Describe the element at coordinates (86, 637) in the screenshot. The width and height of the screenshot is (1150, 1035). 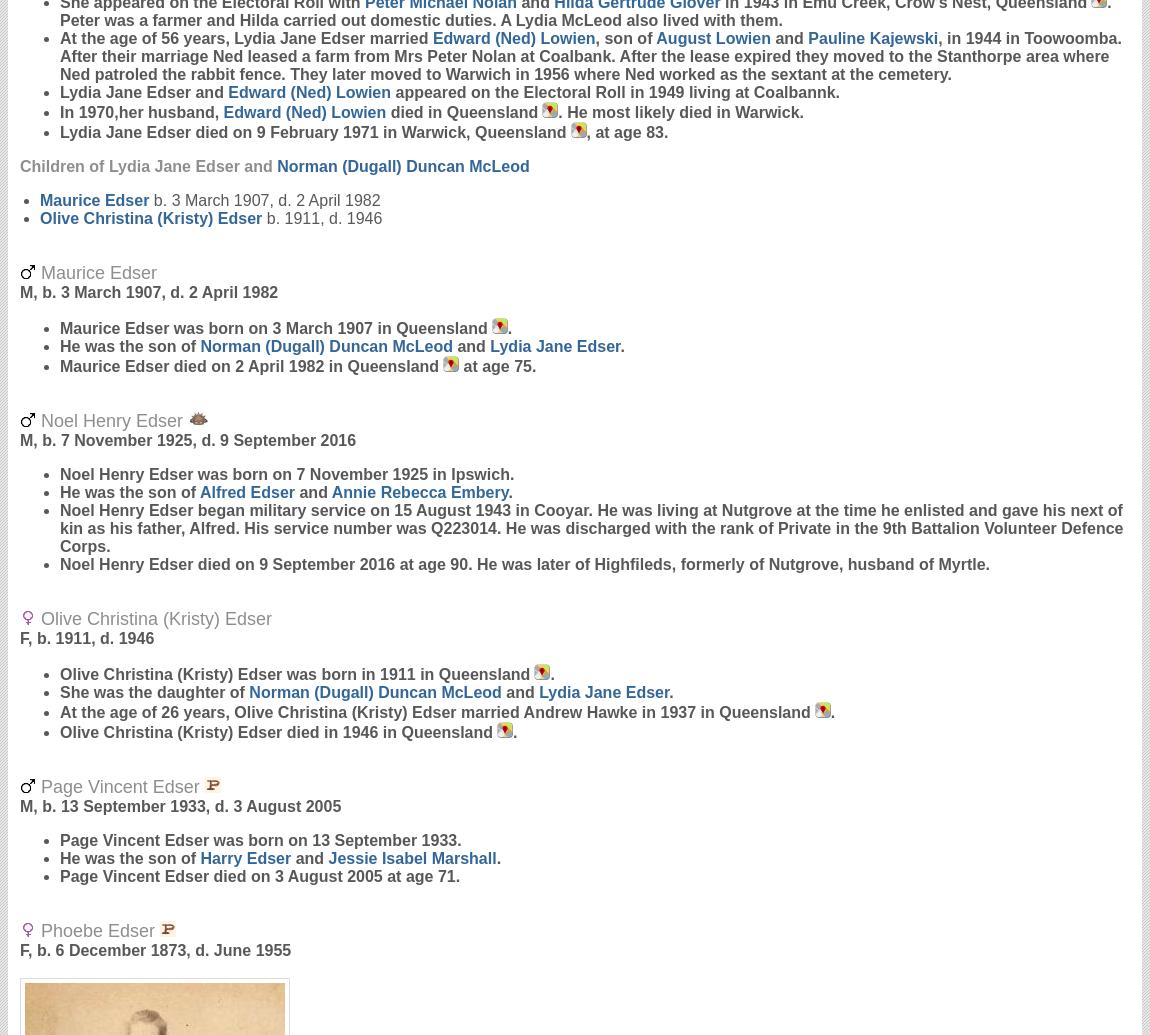
I see `'F, b. 1911, d. 1946'` at that location.